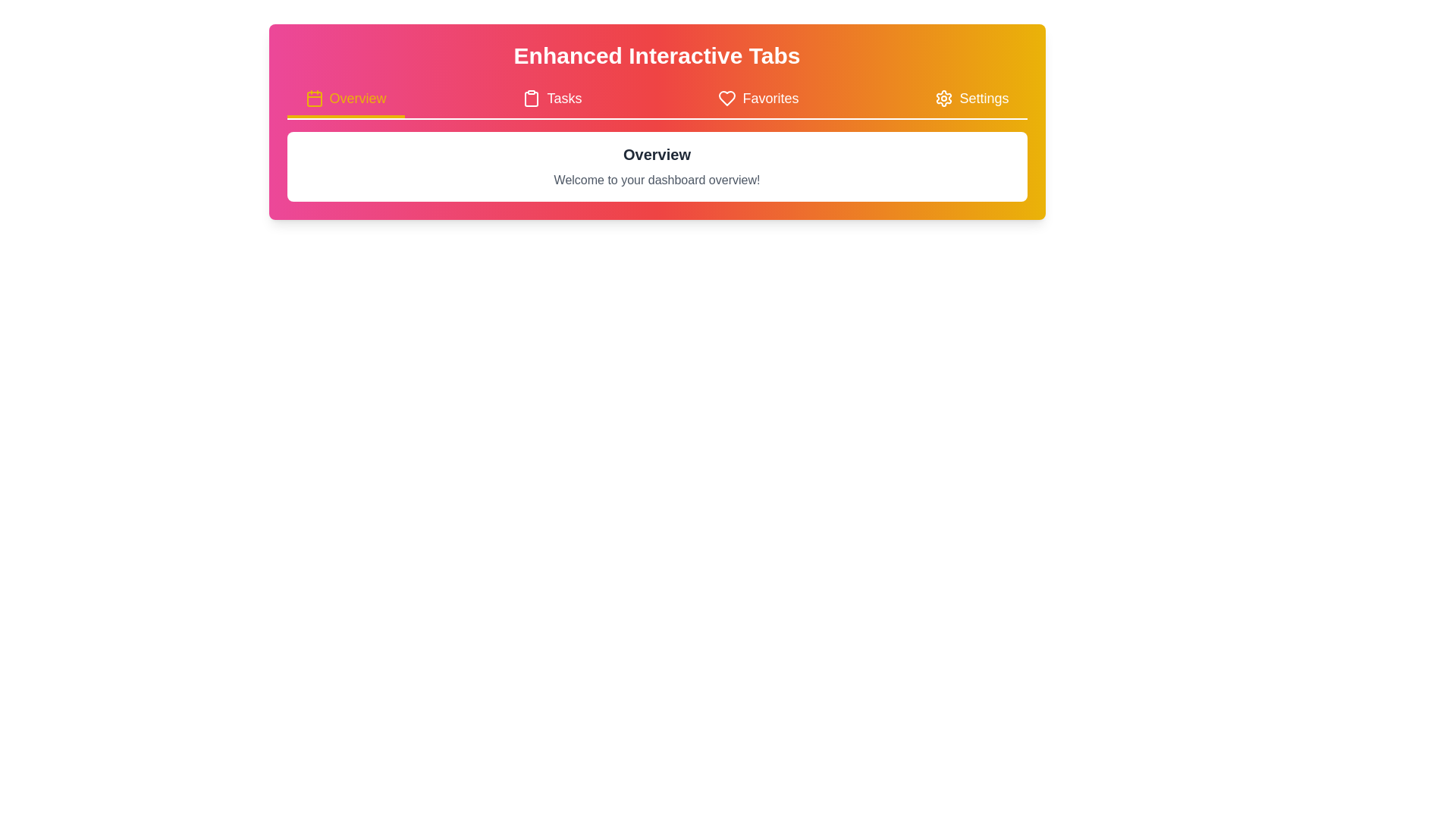 Image resolution: width=1456 pixels, height=819 pixels. Describe the element at coordinates (726, 99) in the screenshot. I see `the heart-shaped icon with a red fill located in the 'Favorites' section of the navigation bar` at that location.